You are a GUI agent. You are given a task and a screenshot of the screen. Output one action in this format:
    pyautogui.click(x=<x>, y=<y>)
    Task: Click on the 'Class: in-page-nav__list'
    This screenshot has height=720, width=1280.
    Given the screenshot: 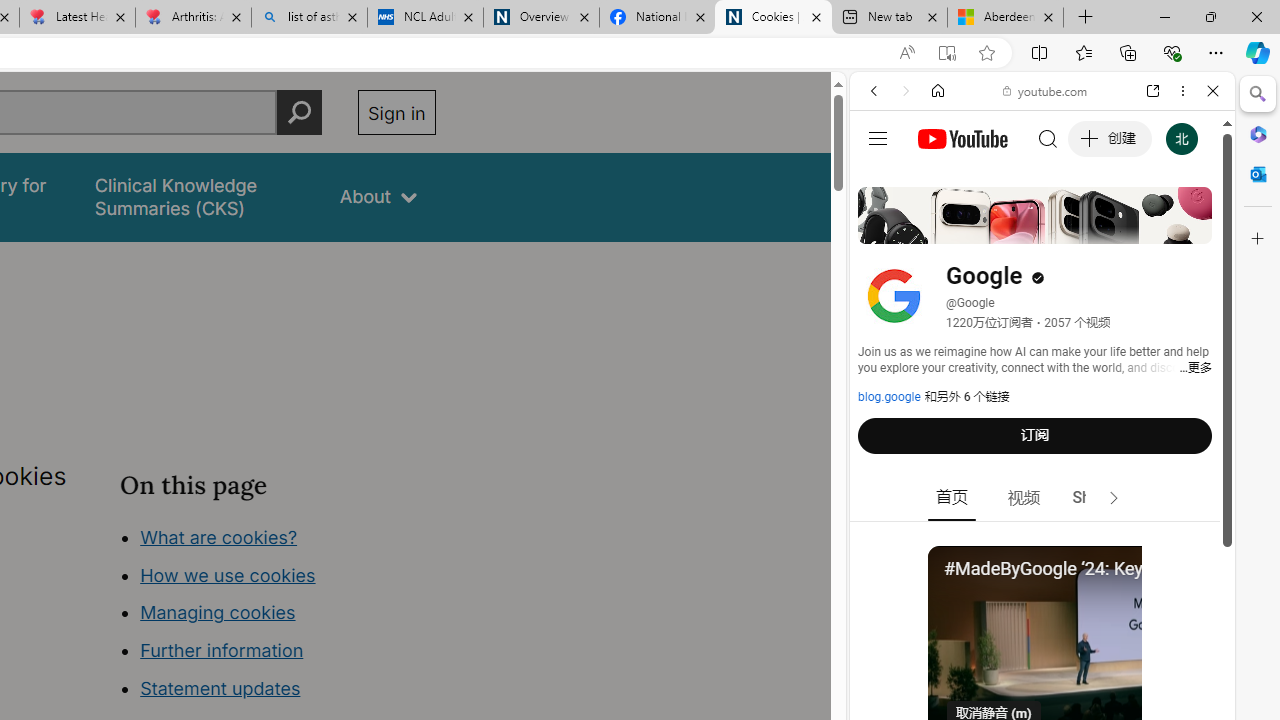 What is the action you would take?
    pyautogui.click(x=276, y=614)
    